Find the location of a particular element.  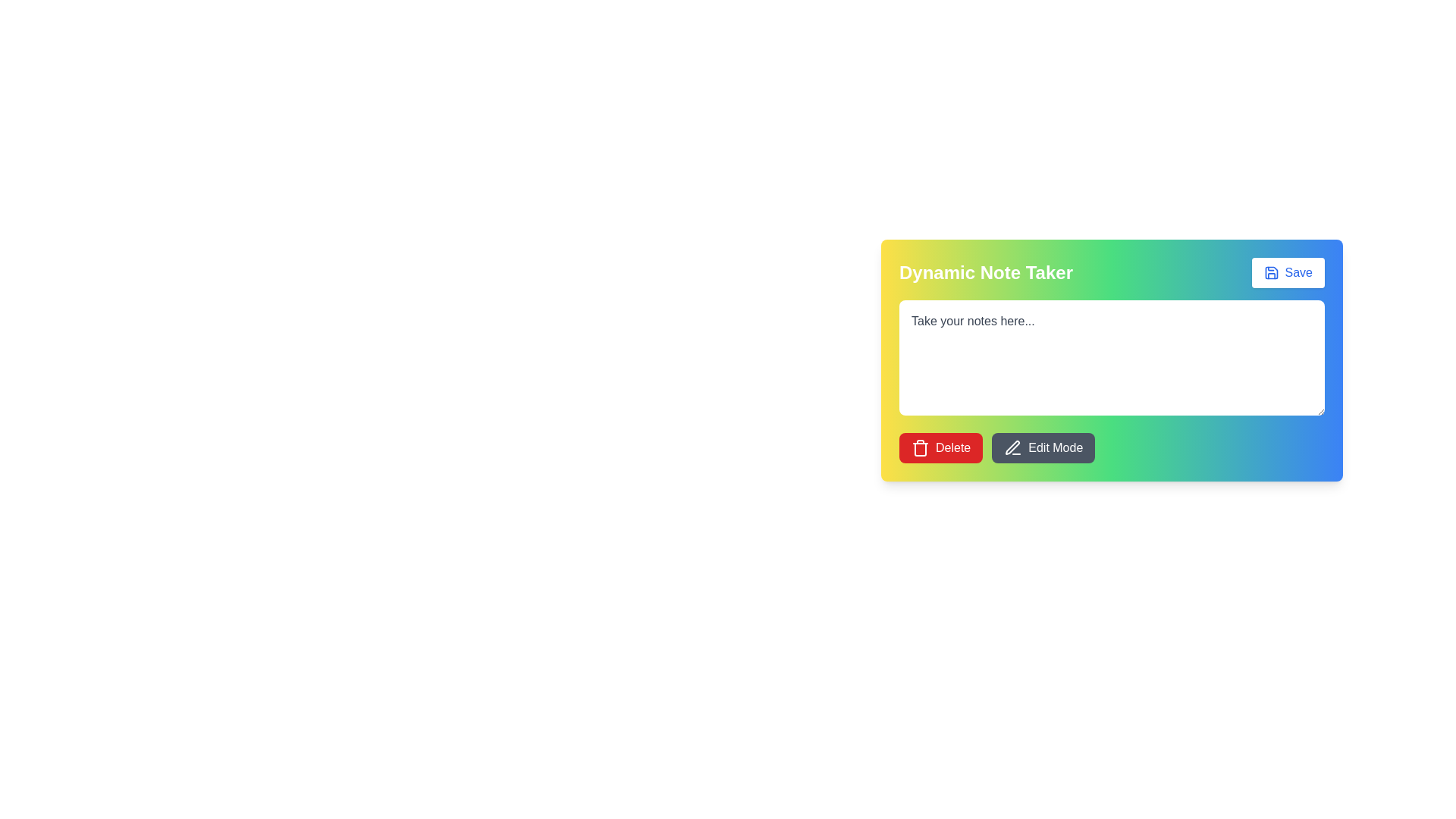

the 'Delete' button's icon, which resembles a trash can with a red background, to perform a delete action is located at coordinates (920, 447).